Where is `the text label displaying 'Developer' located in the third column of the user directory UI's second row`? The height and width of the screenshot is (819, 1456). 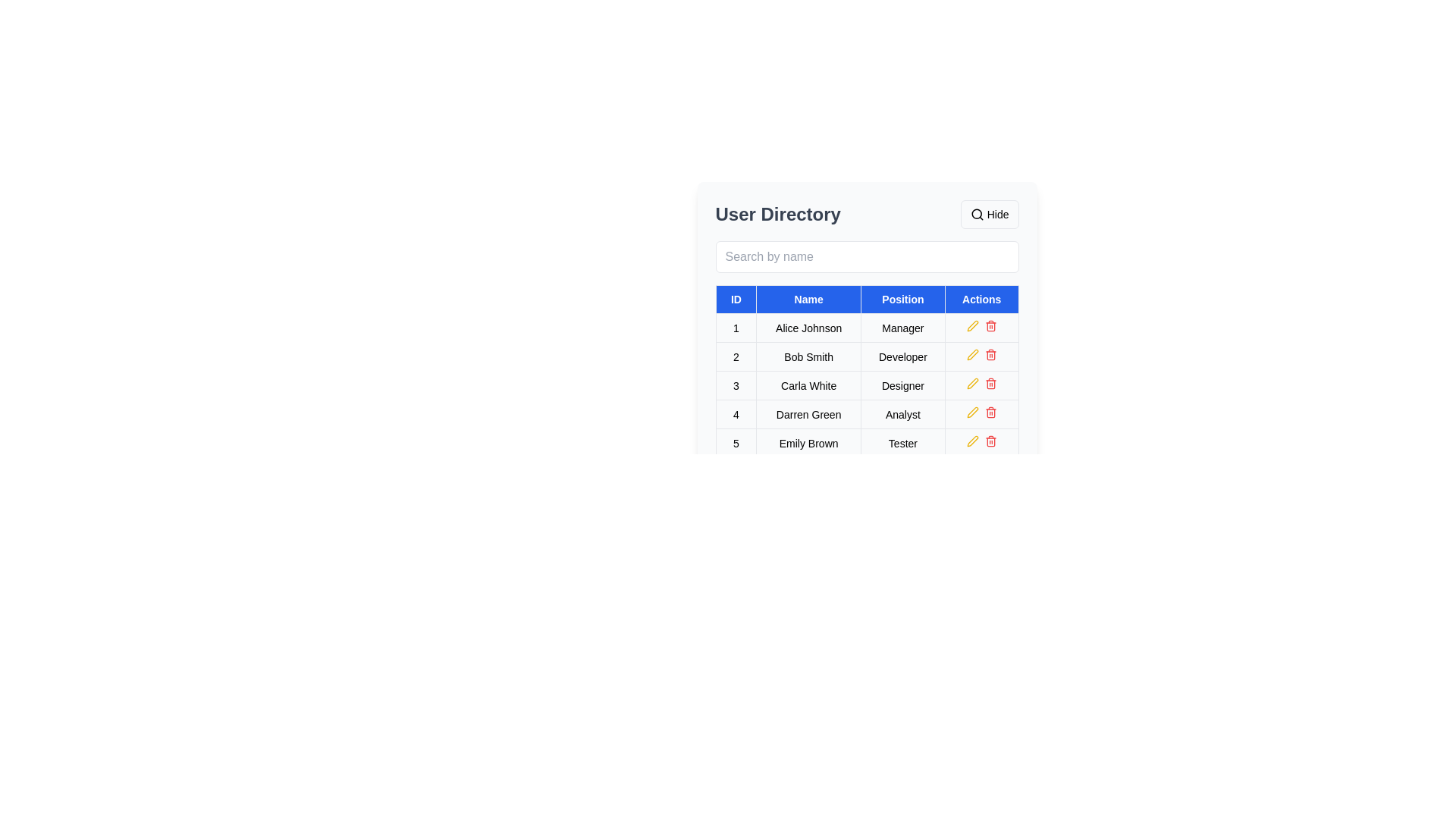 the text label displaying 'Developer' located in the third column of the user directory UI's second row is located at coordinates (902, 356).